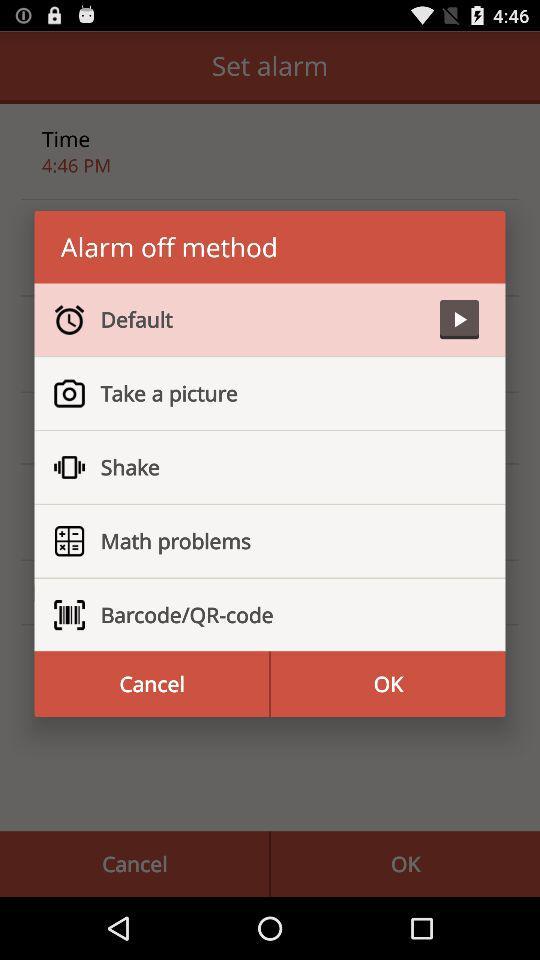 This screenshot has height=960, width=540. What do you see at coordinates (280, 392) in the screenshot?
I see `item above the shake icon` at bounding box center [280, 392].